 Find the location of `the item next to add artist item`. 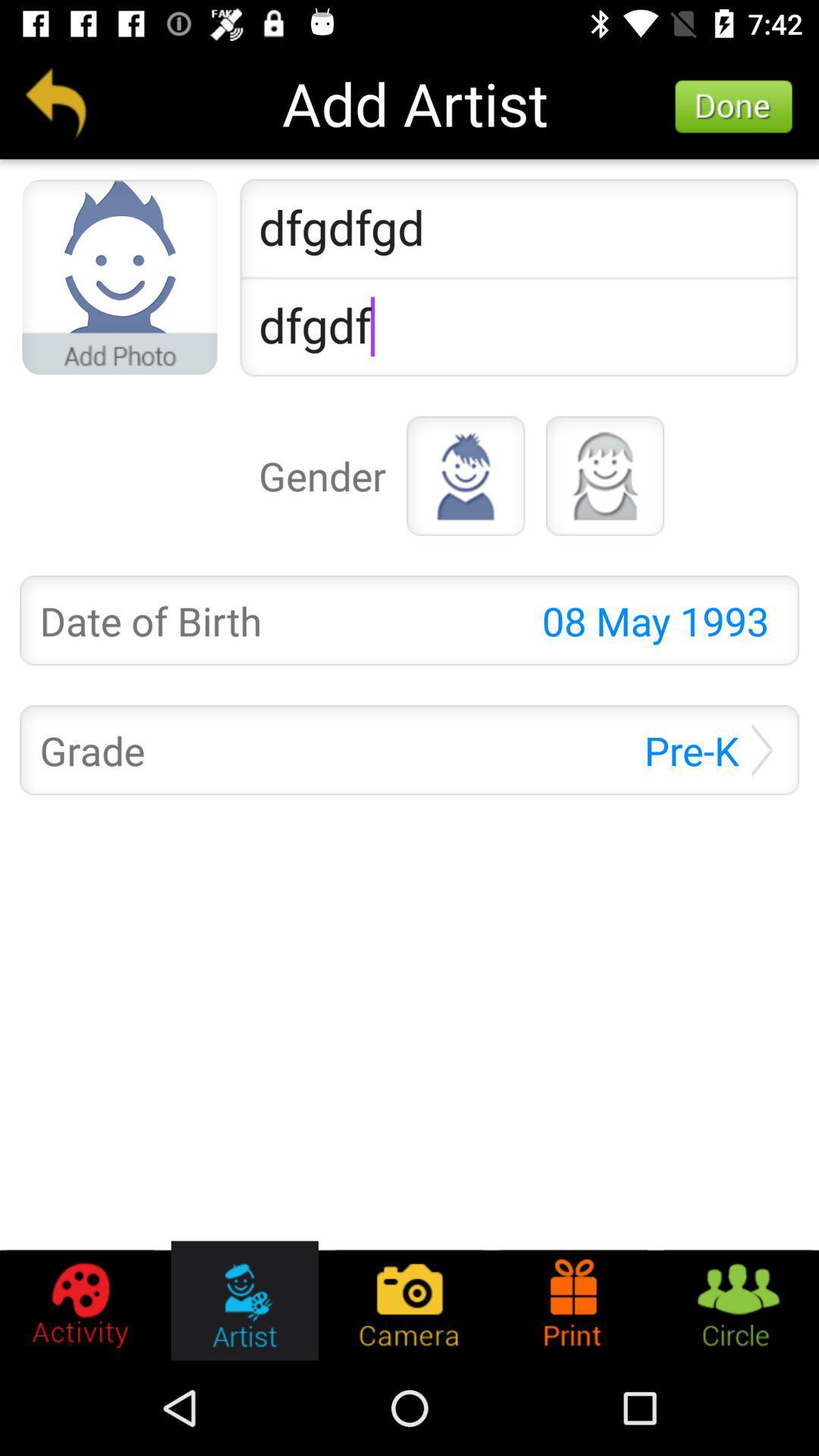

the item next to add artist item is located at coordinates (55, 102).